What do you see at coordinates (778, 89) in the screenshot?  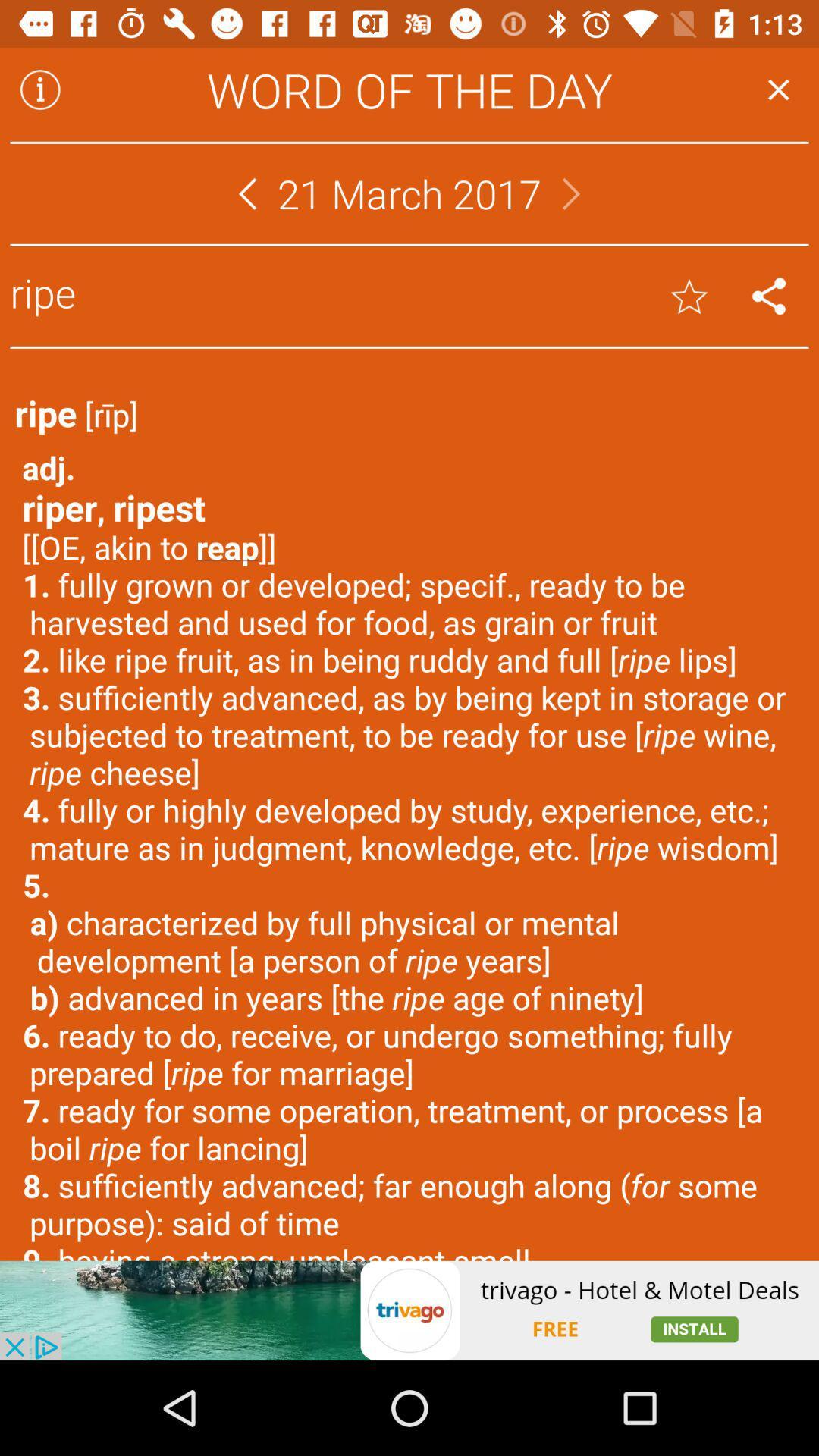 I see `button` at bounding box center [778, 89].